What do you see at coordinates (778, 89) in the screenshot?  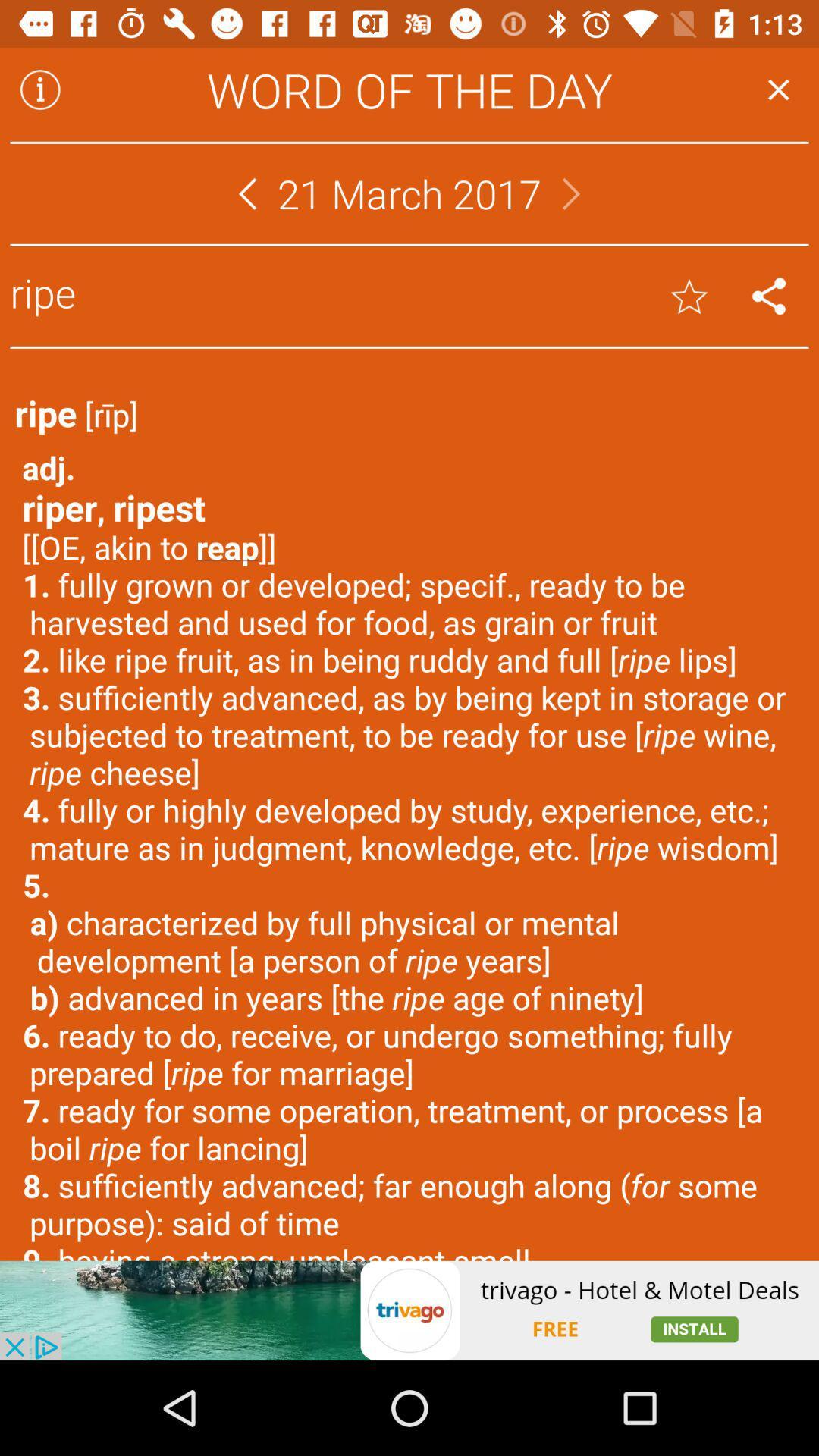 I see `button` at bounding box center [778, 89].